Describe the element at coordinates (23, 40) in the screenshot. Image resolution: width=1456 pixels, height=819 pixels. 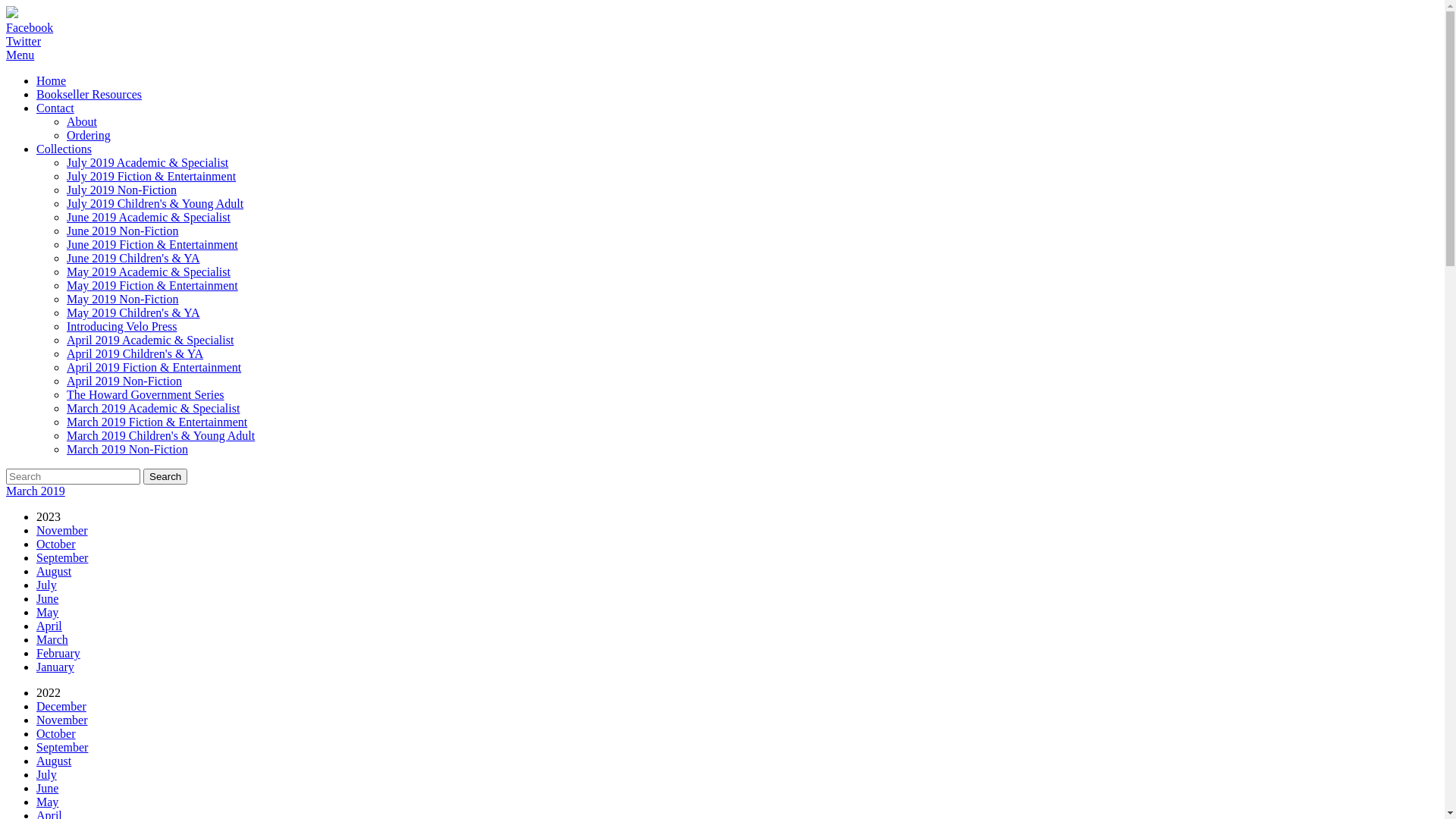
I see `'Twitter'` at that location.